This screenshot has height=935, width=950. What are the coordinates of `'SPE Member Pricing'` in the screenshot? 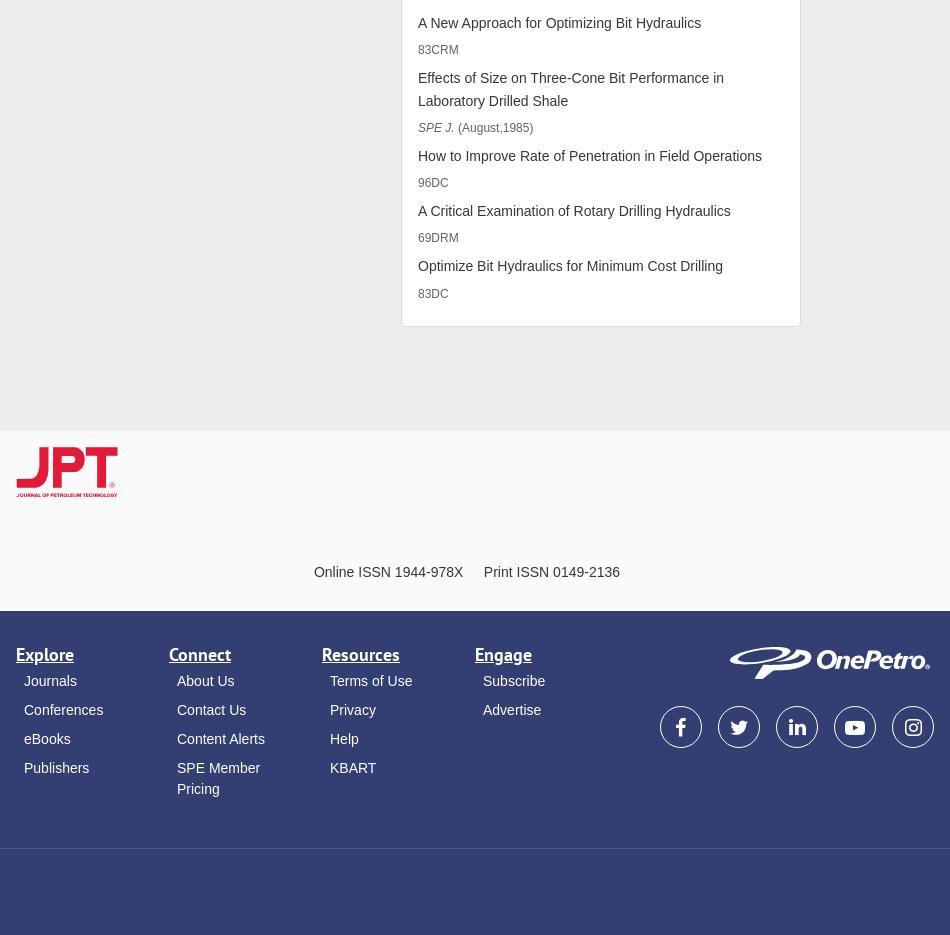 It's located at (218, 776).